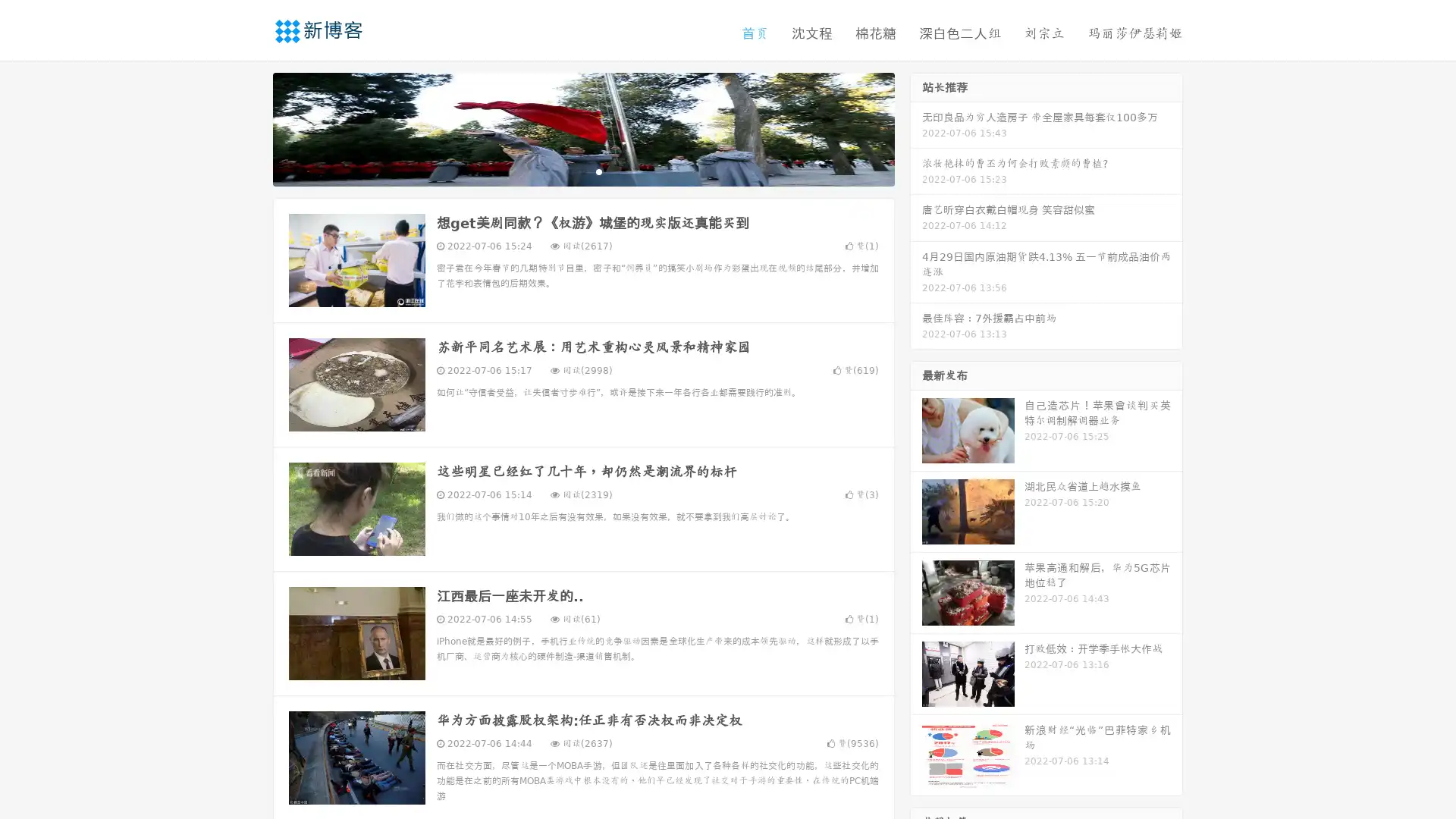 This screenshot has width=1456, height=819. I want to click on Go to slide 3, so click(598, 171).